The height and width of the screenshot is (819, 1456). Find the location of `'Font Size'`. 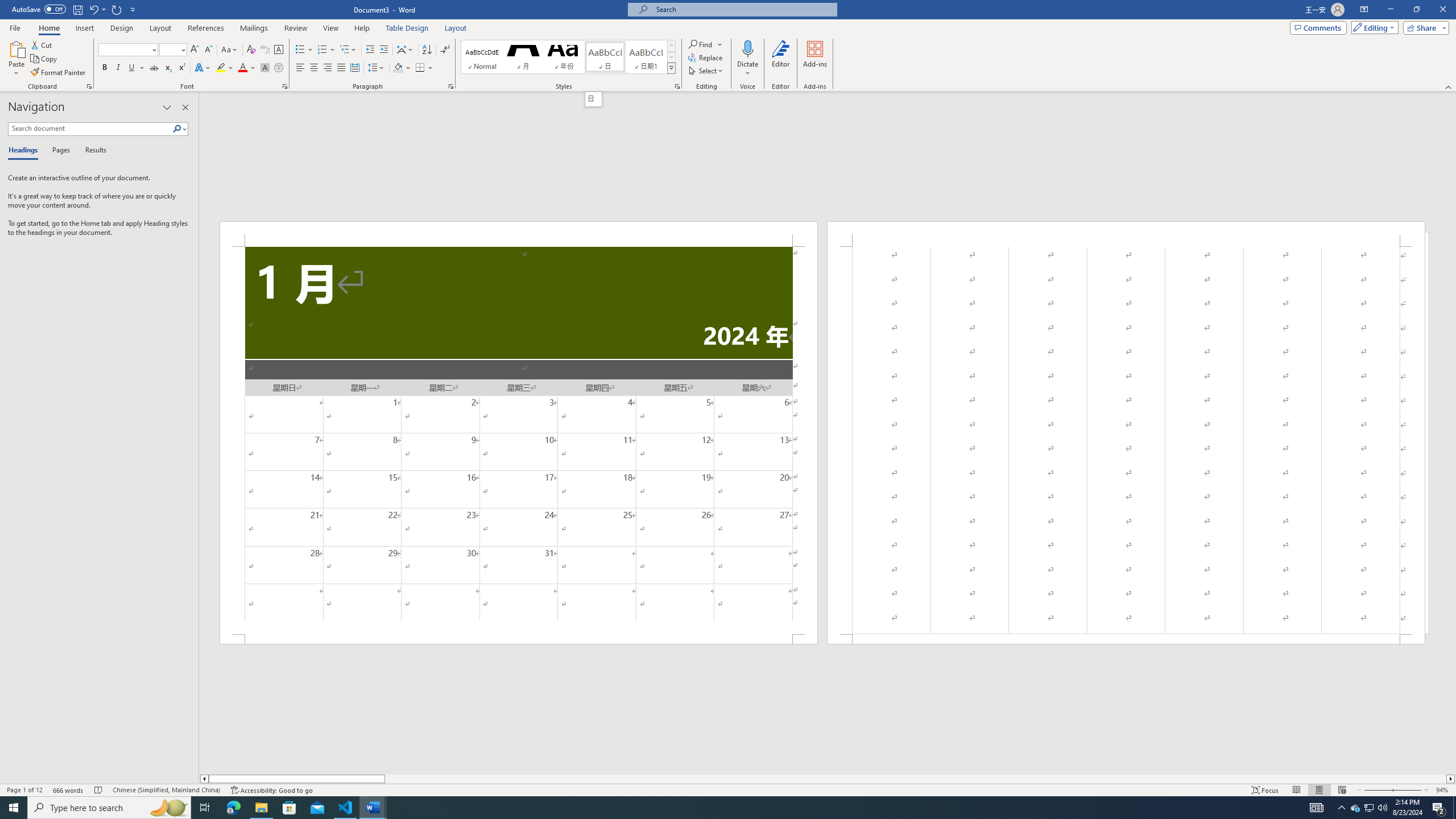

'Font Size' is located at coordinates (169, 49).